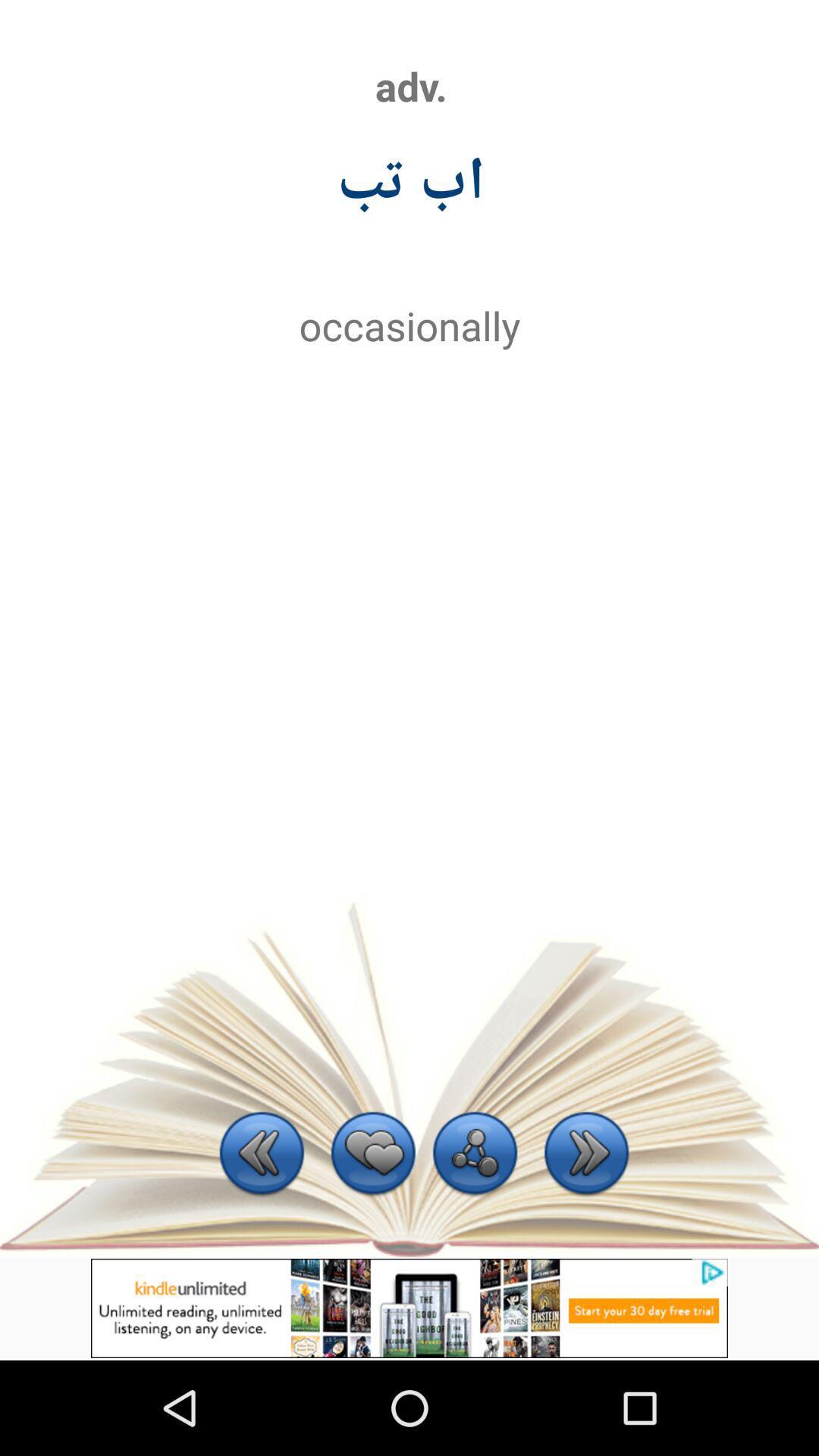  Describe the element at coordinates (373, 1154) in the screenshot. I see `preferred` at that location.